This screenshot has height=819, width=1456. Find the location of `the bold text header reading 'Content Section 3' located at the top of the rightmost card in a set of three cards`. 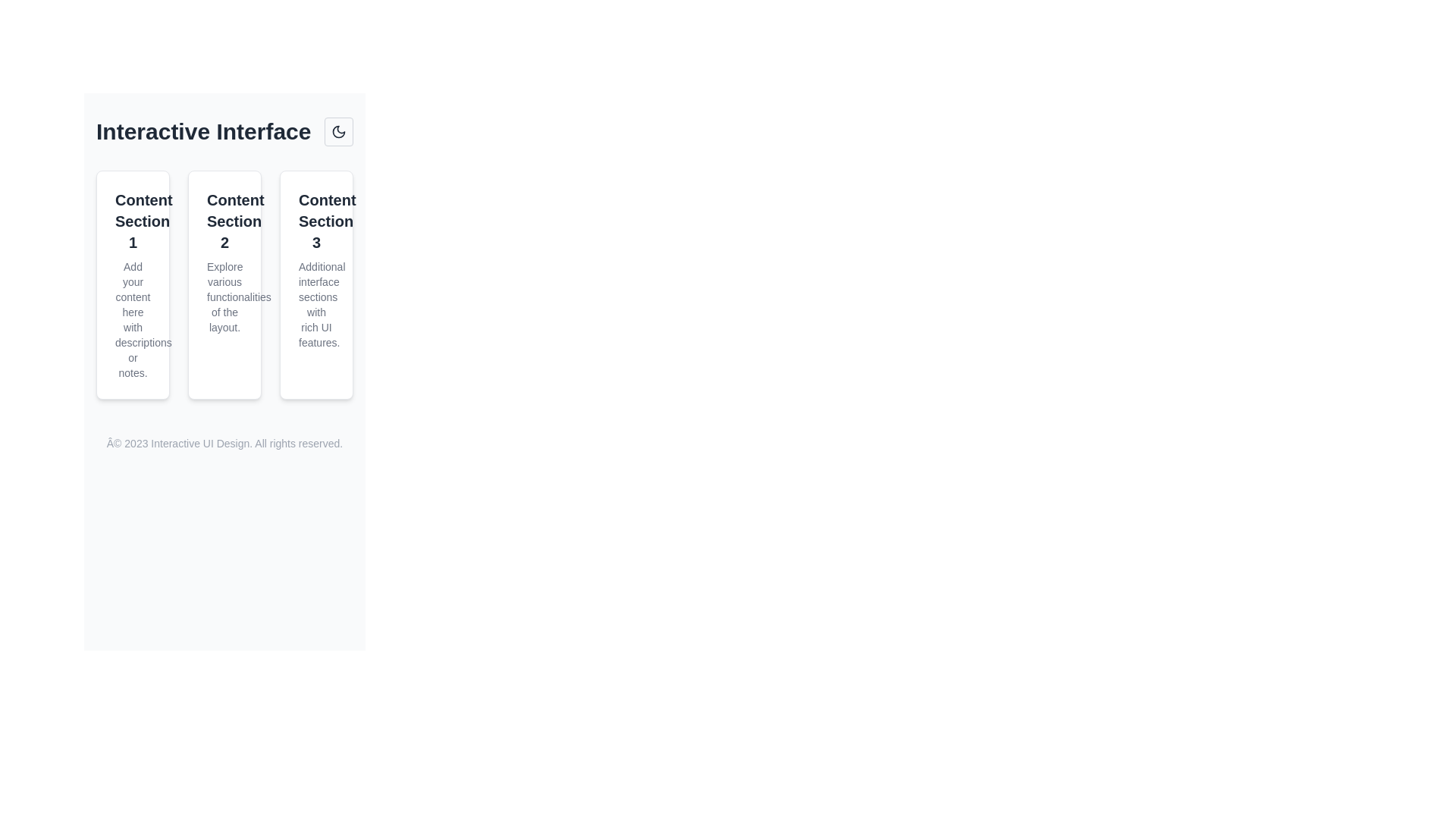

the bold text header reading 'Content Section 3' located at the top of the rightmost card in a set of three cards is located at coordinates (315, 221).